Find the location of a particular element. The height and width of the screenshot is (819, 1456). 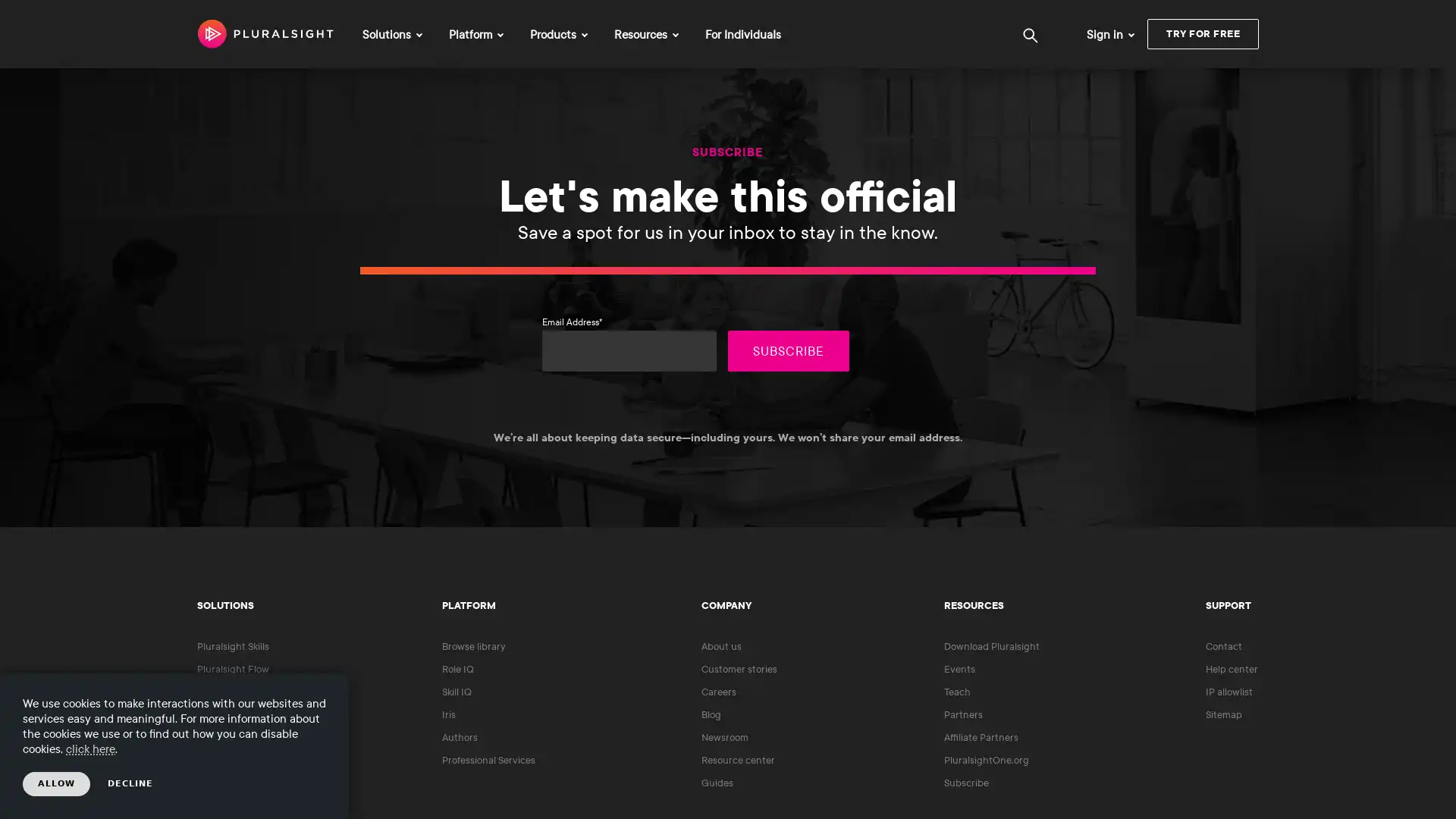

DECLINE is located at coordinates (130, 783).